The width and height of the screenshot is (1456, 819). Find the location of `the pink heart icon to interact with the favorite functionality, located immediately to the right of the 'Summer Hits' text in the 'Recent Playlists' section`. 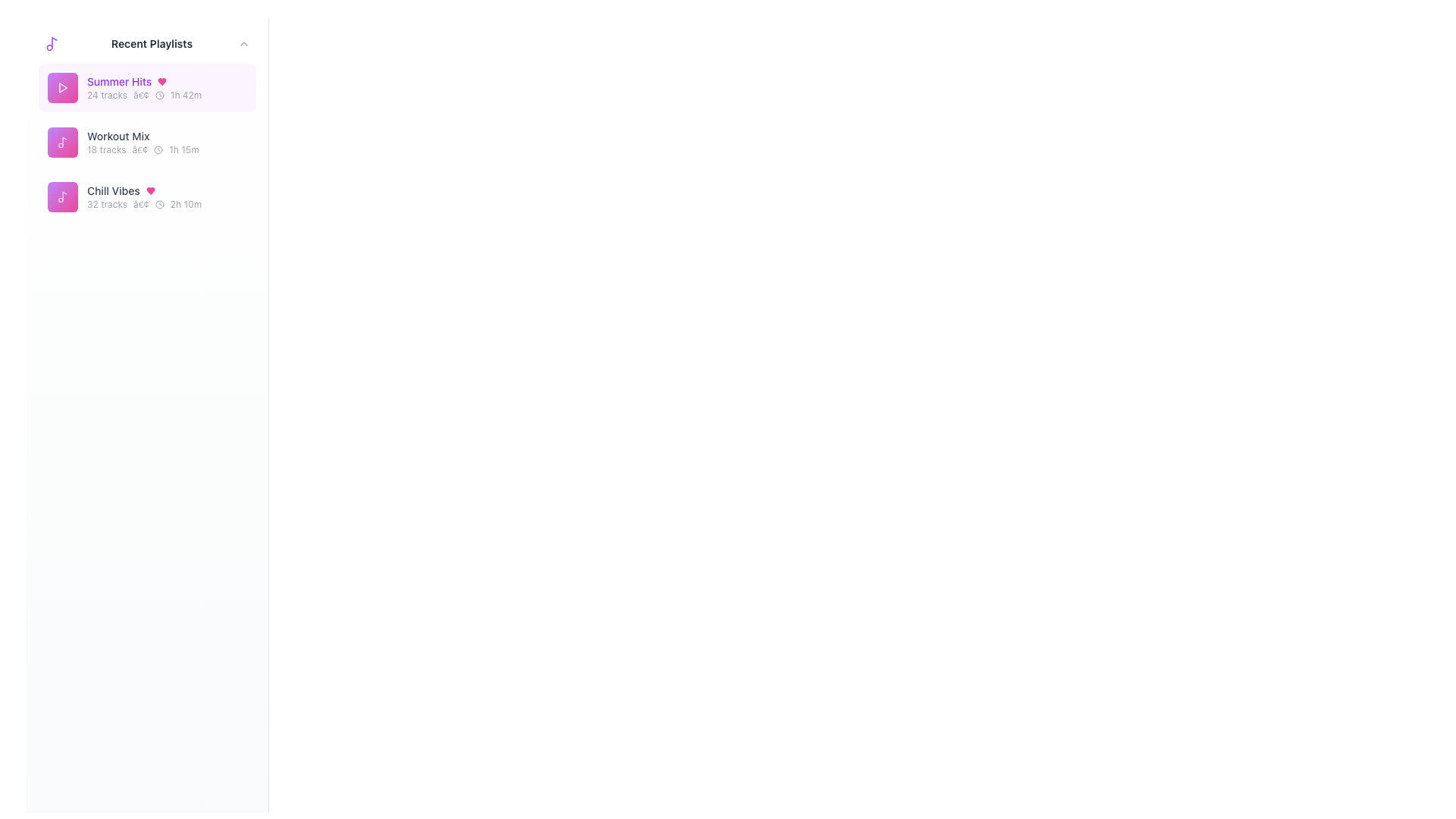

the pink heart icon to interact with the favorite functionality, located immediately to the right of the 'Summer Hits' text in the 'Recent Playlists' section is located at coordinates (162, 82).